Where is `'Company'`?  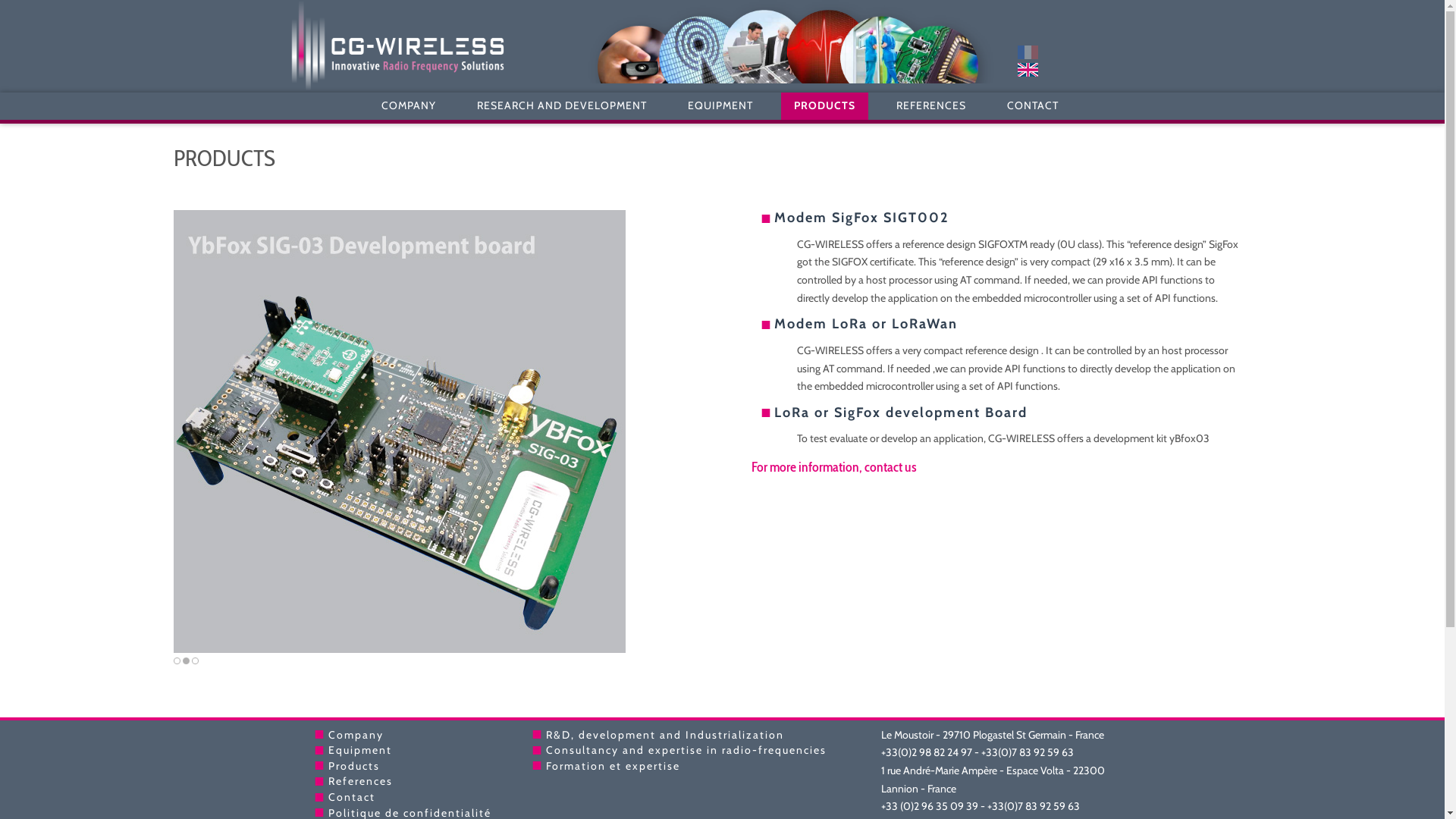
'Company' is located at coordinates (354, 733).